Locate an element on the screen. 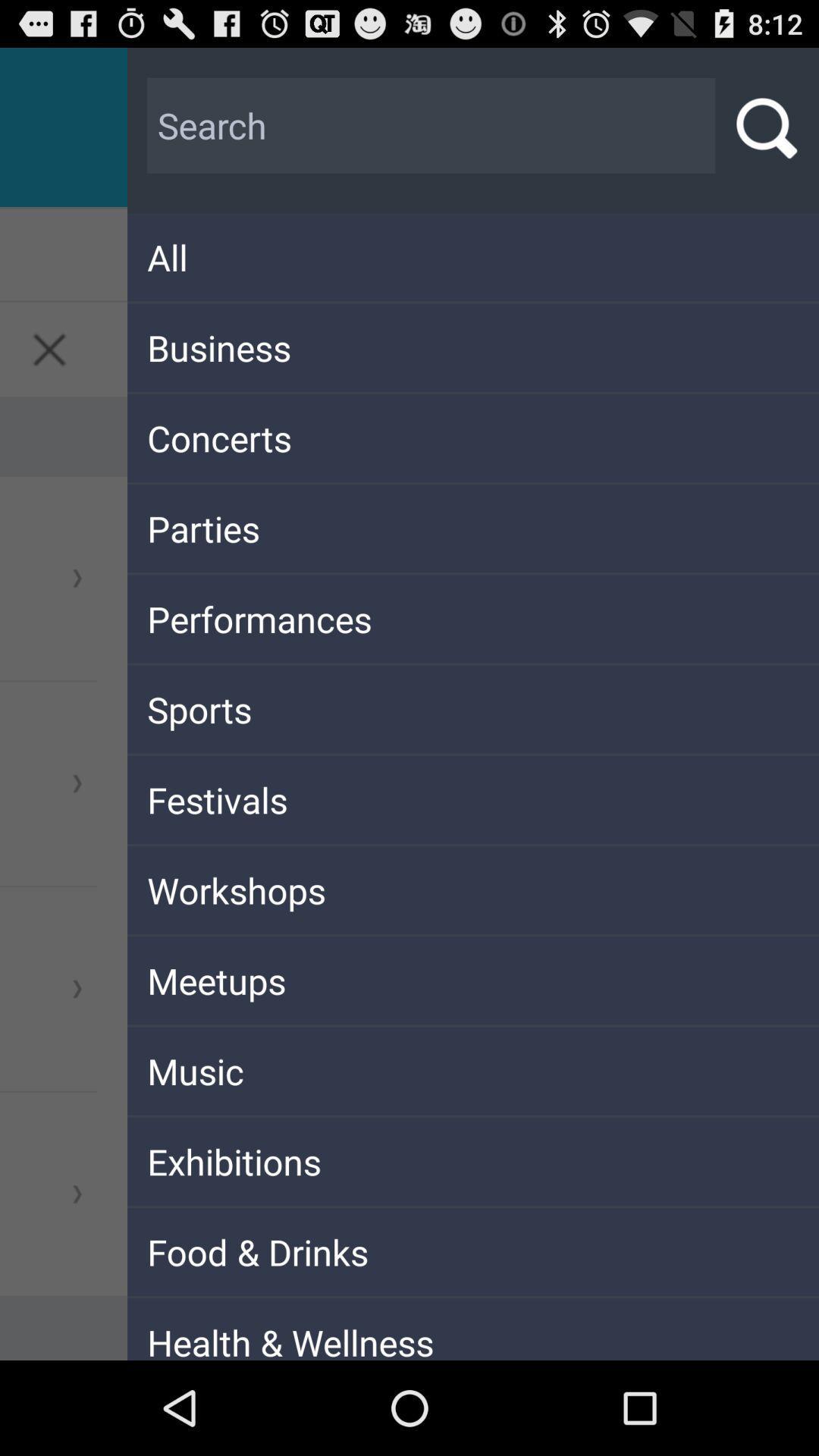 This screenshot has height=1456, width=819. the third arrow symbol from top is located at coordinates (77, 989).